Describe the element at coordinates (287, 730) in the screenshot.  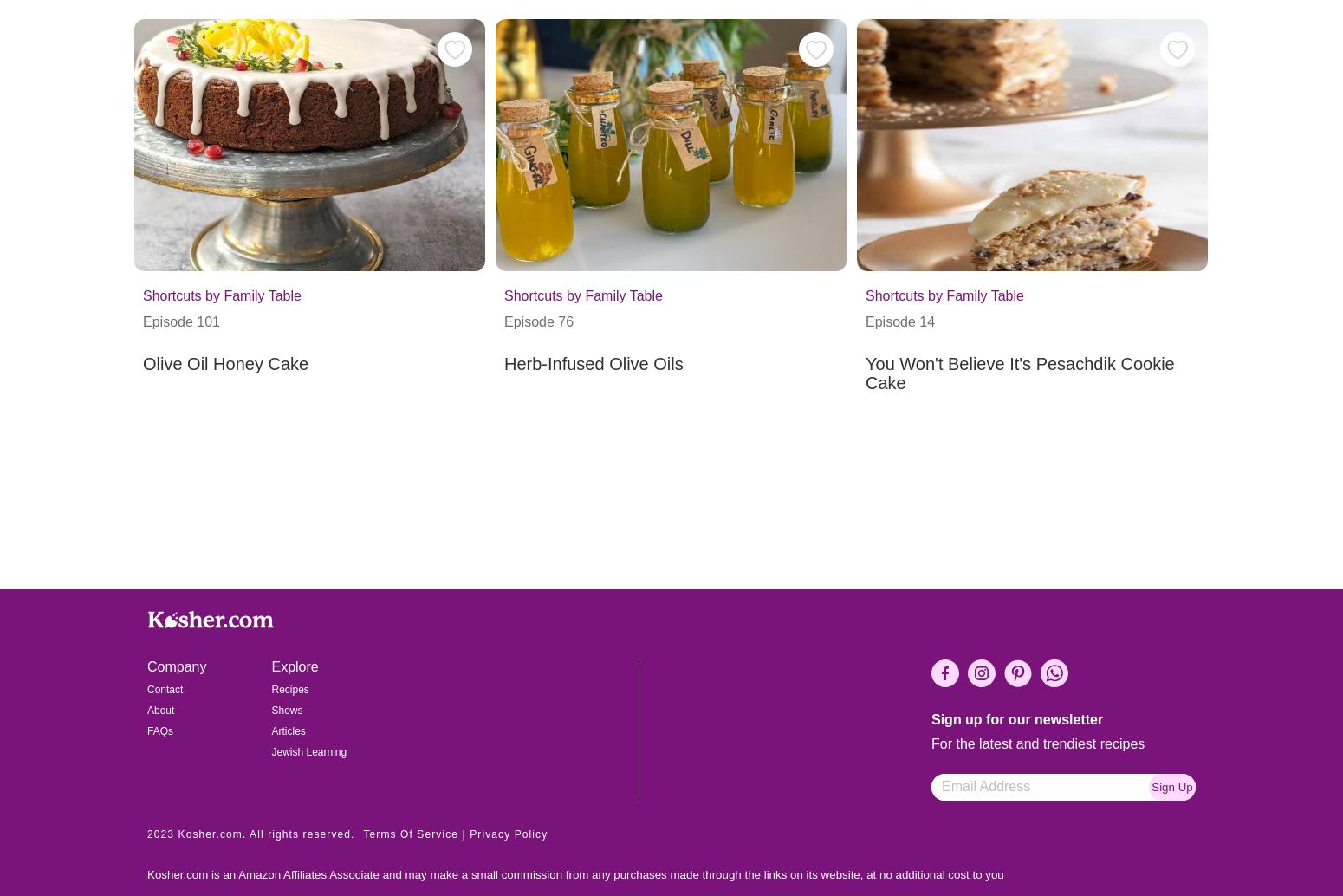
I see `'Articles'` at that location.